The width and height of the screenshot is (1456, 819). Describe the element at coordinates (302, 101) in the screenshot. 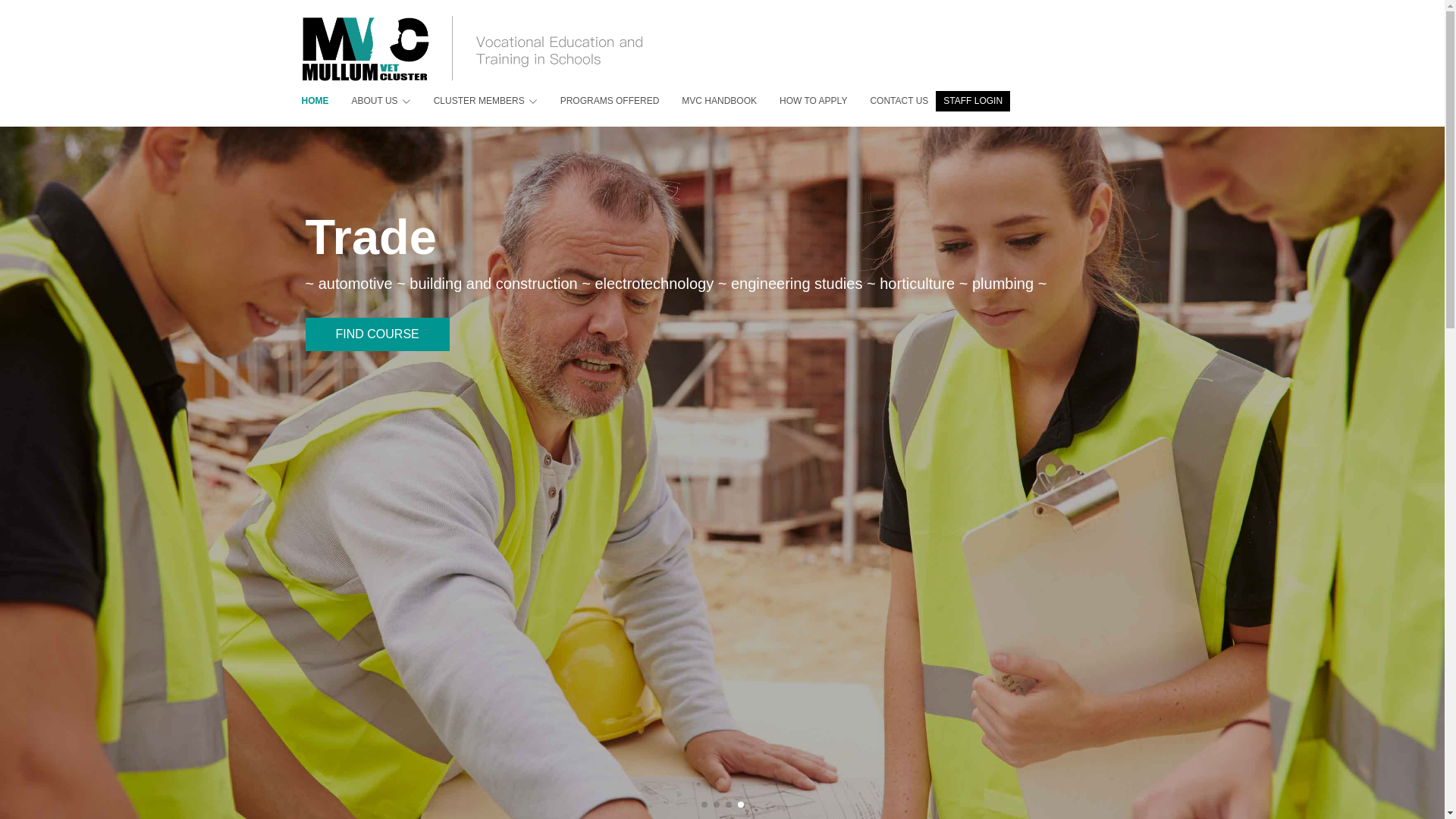

I see `'HOME'` at that location.